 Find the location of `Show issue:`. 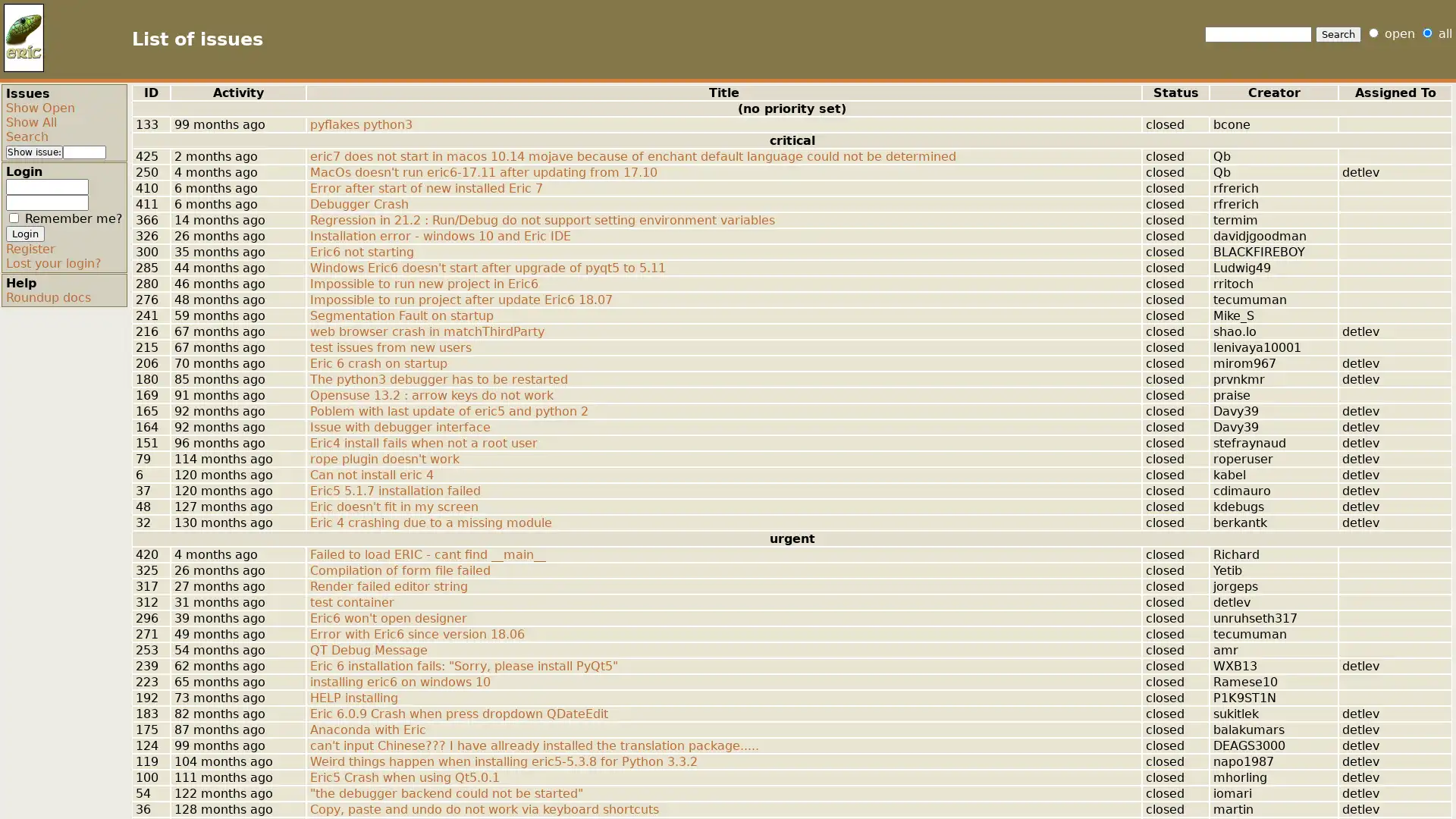

Show issue: is located at coordinates (34, 152).